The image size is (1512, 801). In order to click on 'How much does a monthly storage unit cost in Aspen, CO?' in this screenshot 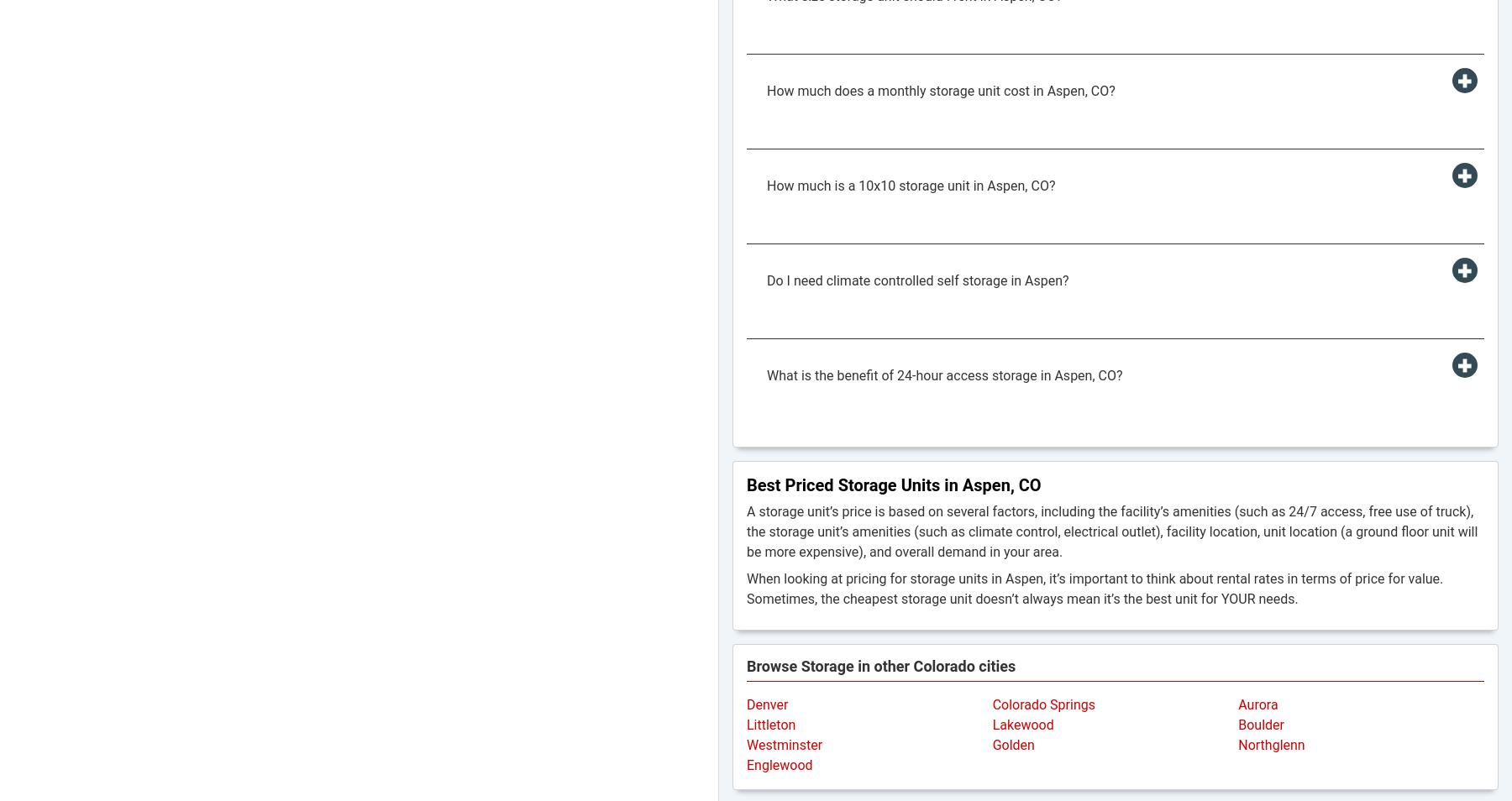, I will do `click(940, 90)`.